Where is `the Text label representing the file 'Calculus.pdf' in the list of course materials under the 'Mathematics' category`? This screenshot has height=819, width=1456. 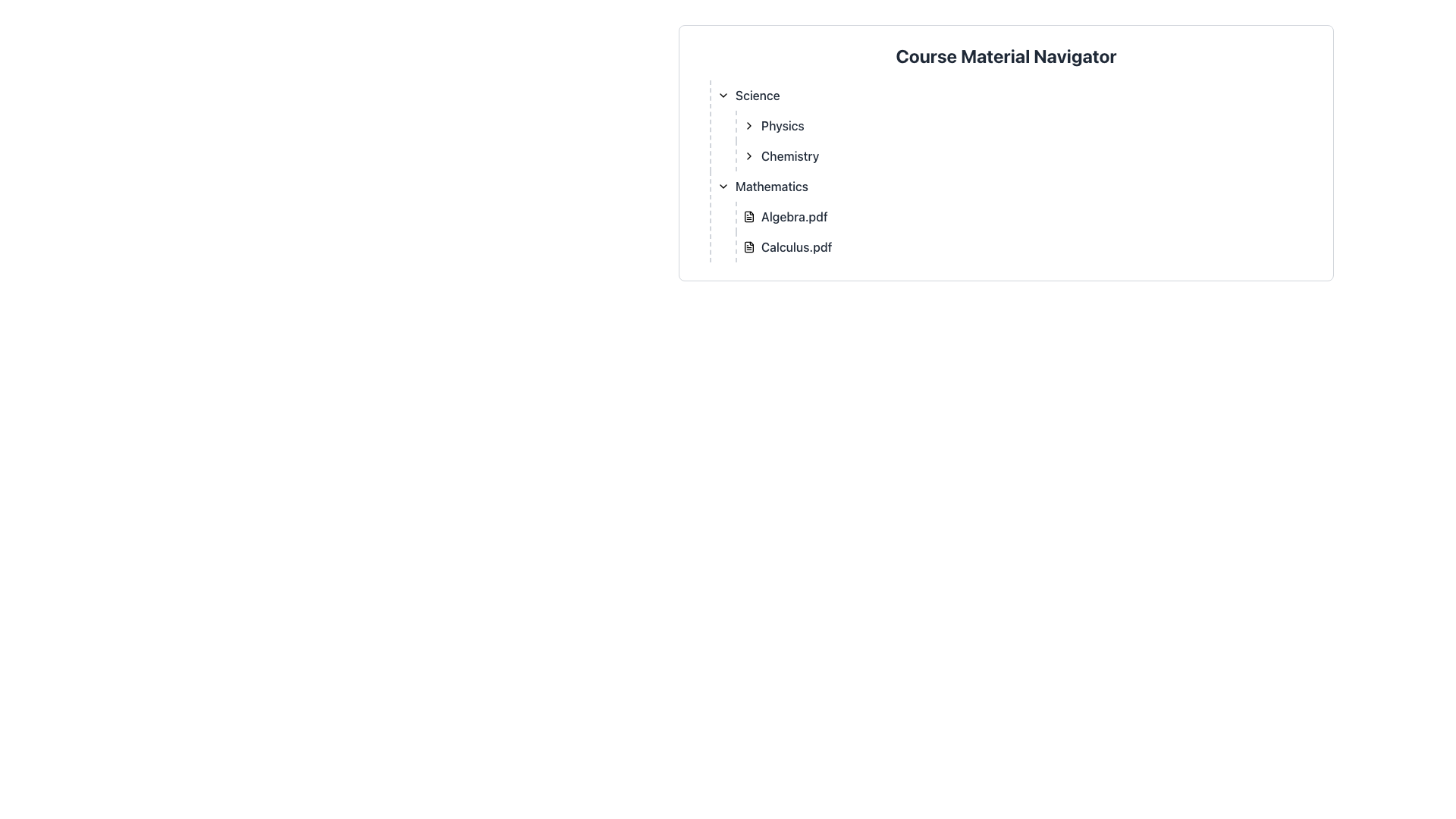 the Text label representing the file 'Calculus.pdf' in the list of course materials under the 'Mathematics' category is located at coordinates (795, 246).